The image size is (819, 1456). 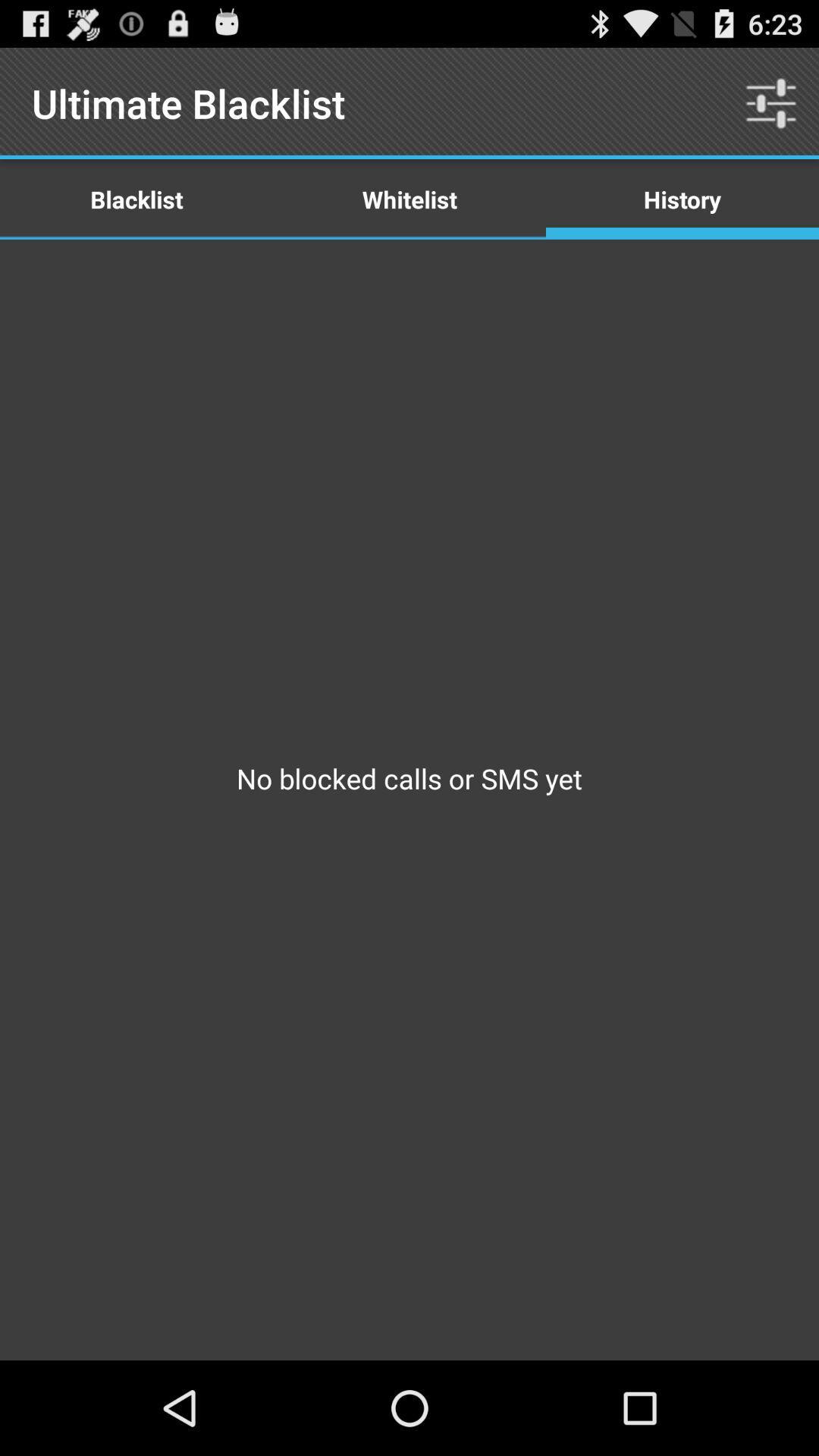 I want to click on icon next to the whitelist icon, so click(x=771, y=102).